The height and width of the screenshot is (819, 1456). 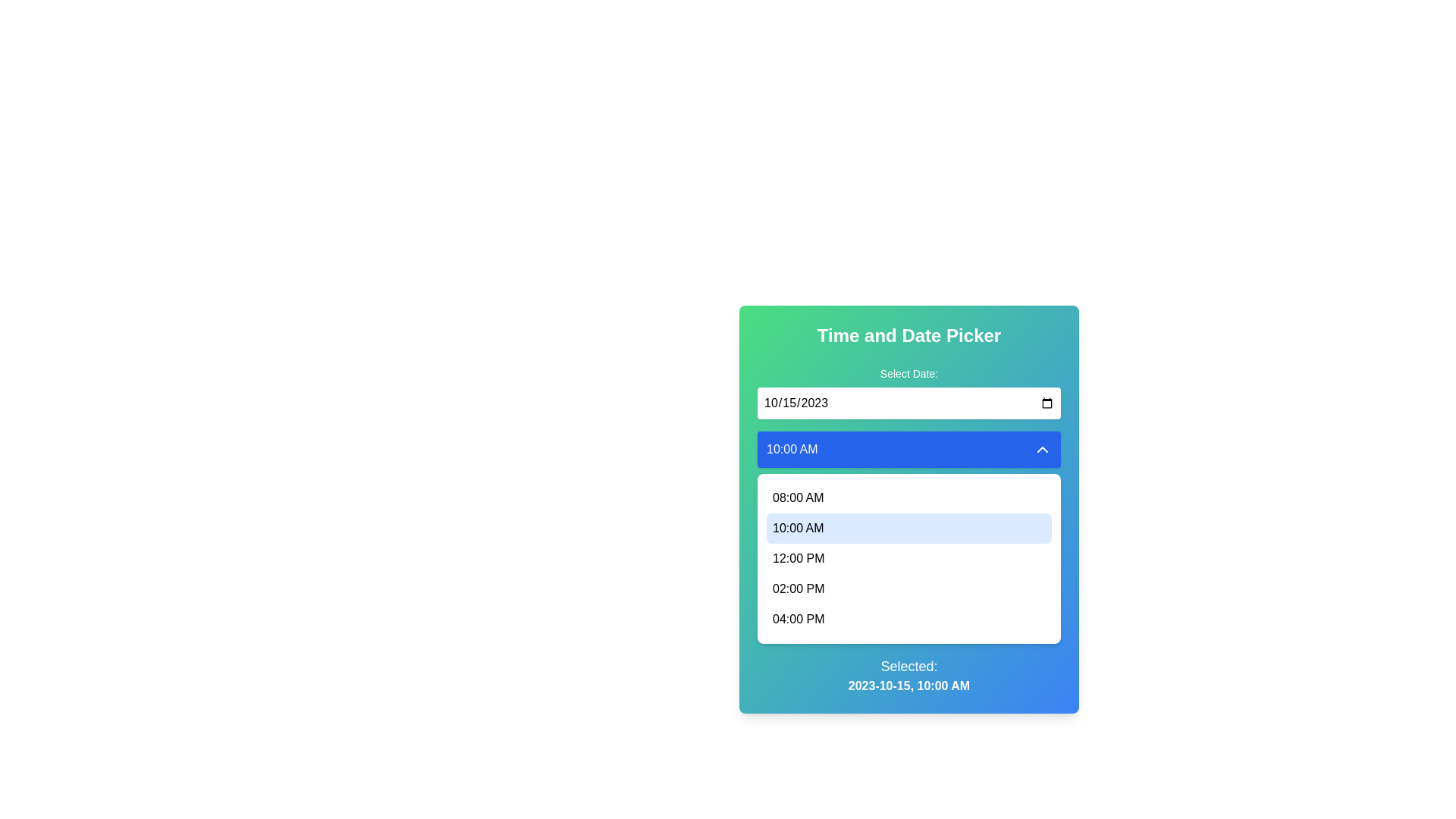 What do you see at coordinates (797, 528) in the screenshot?
I see `the time option '10:00 AM'` at bounding box center [797, 528].